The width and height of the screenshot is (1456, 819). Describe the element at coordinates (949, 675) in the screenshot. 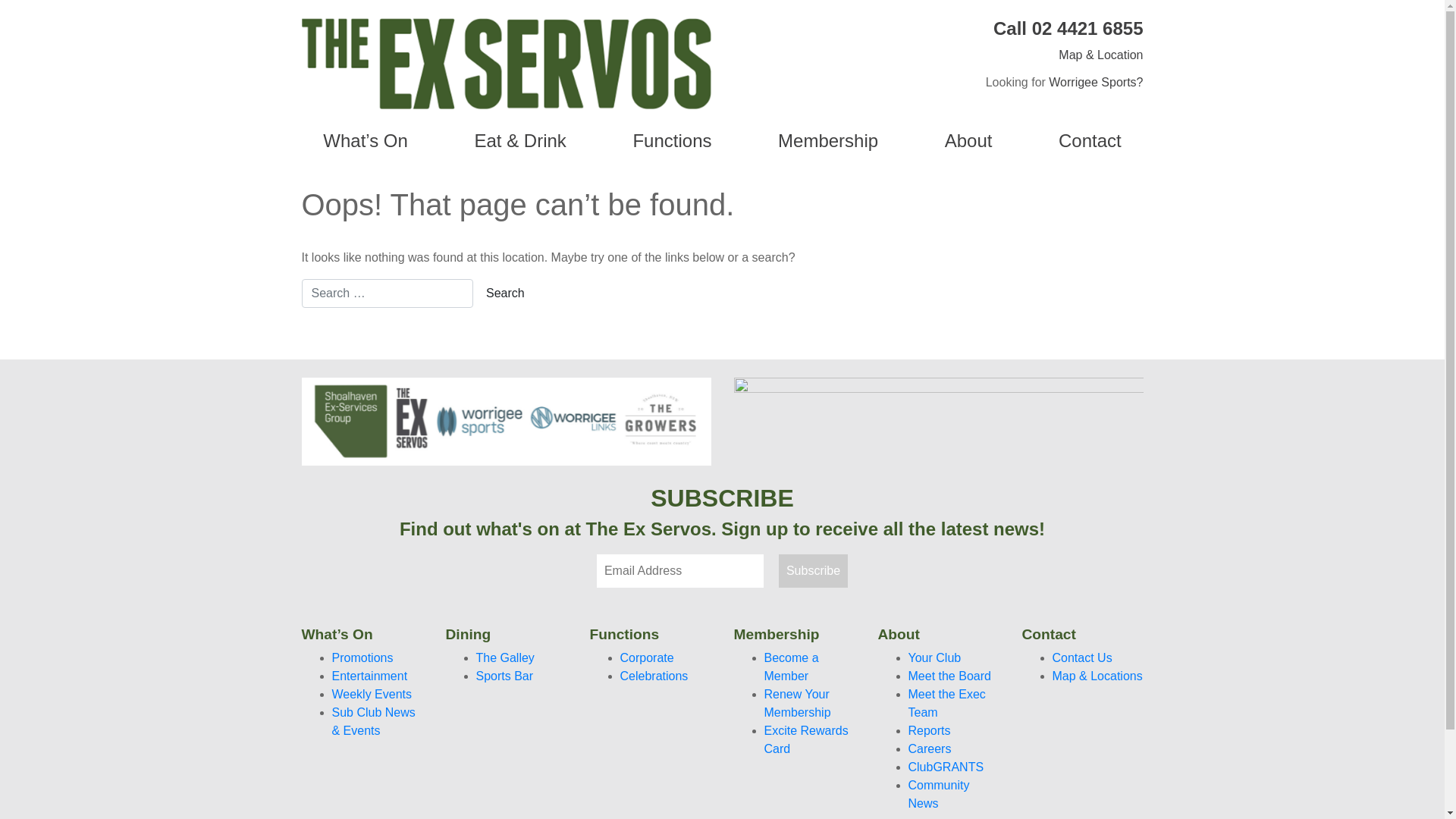

I see `'Meet the Board'` at that location.